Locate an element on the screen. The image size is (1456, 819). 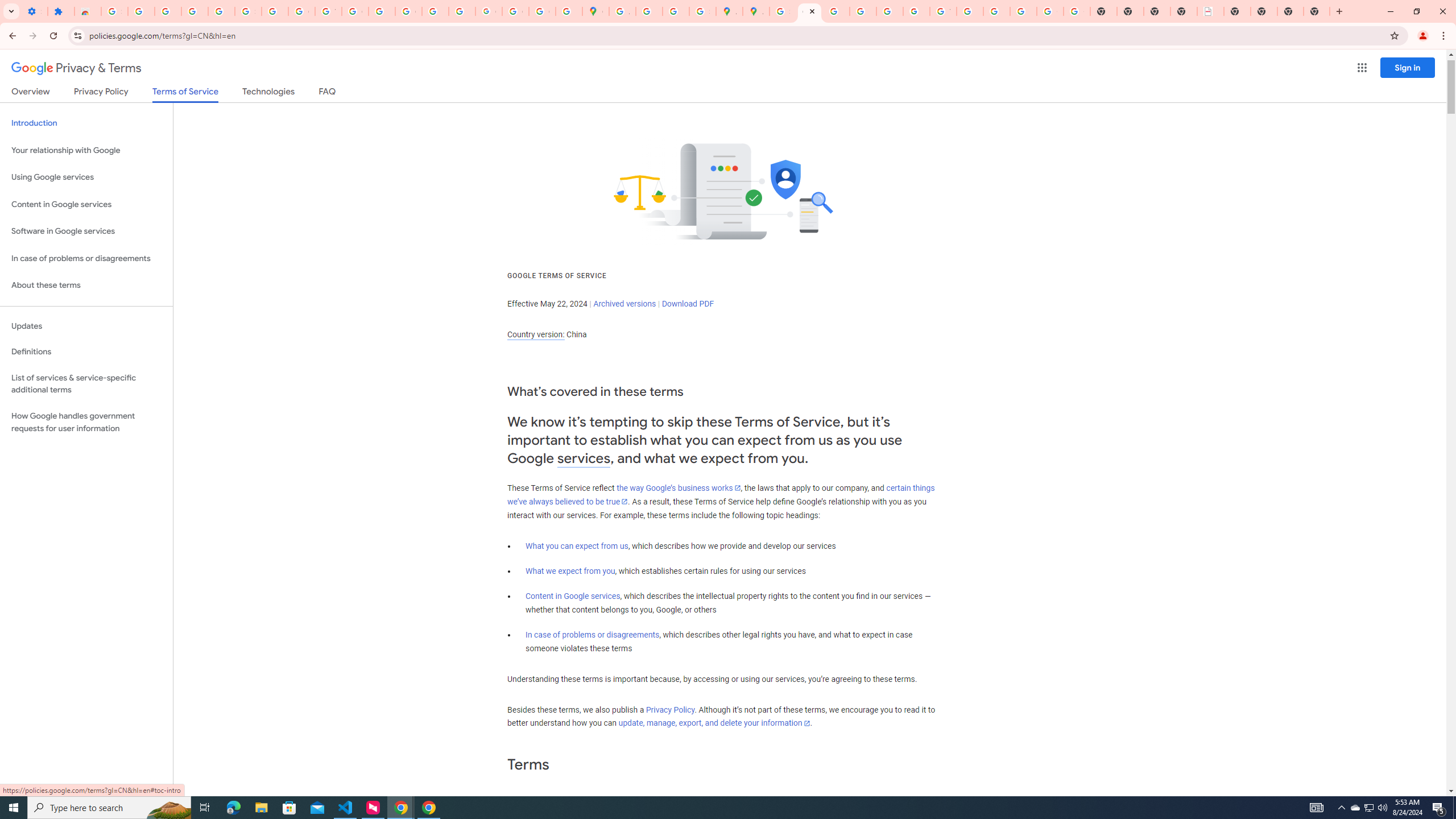
'LAAD Defence & Security 2025 | BAE Systems' is located at coordinates (1210, 11).